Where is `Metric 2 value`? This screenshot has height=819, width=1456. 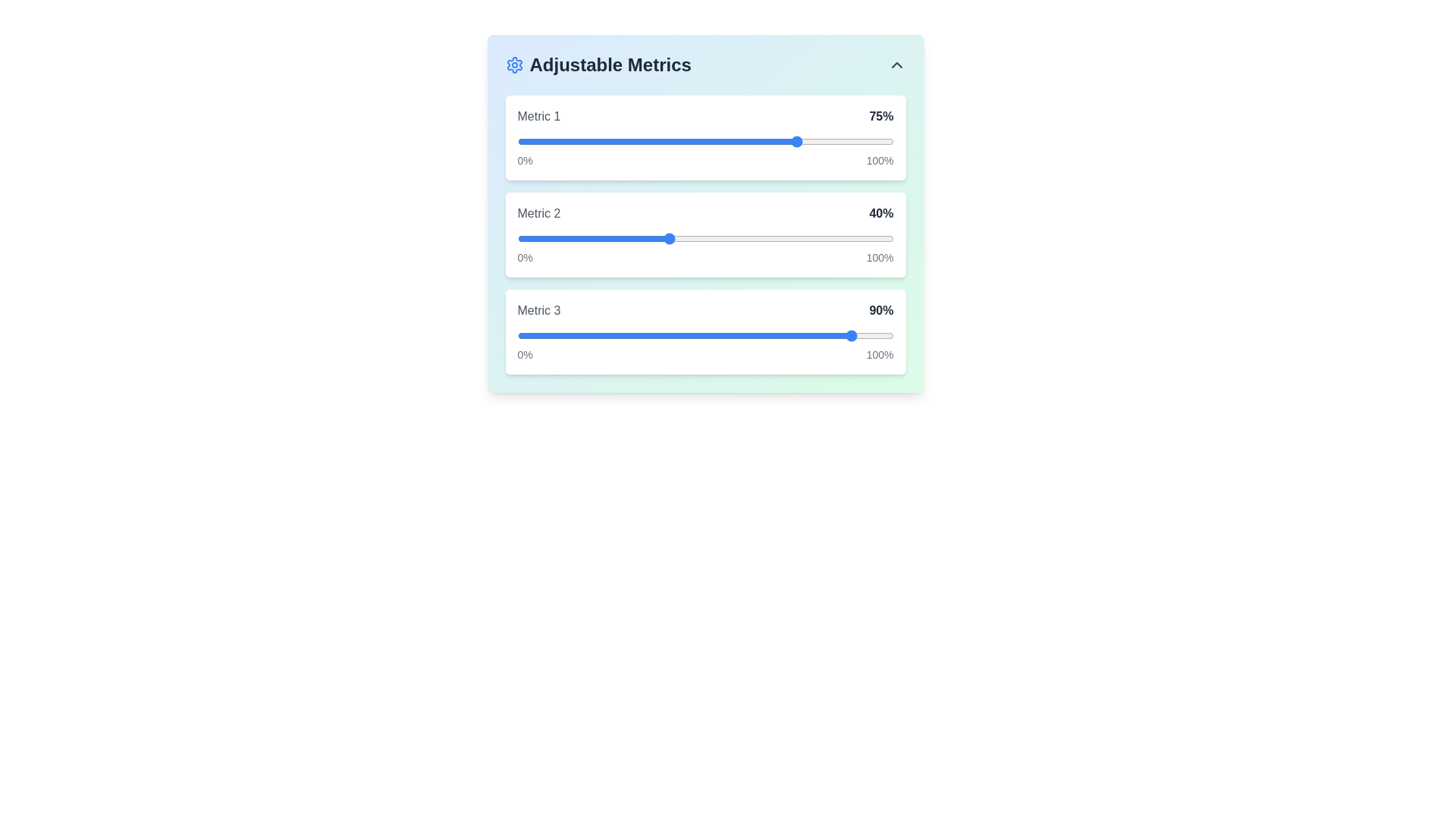
Metric 2 value is located at coordinates (678, 239).